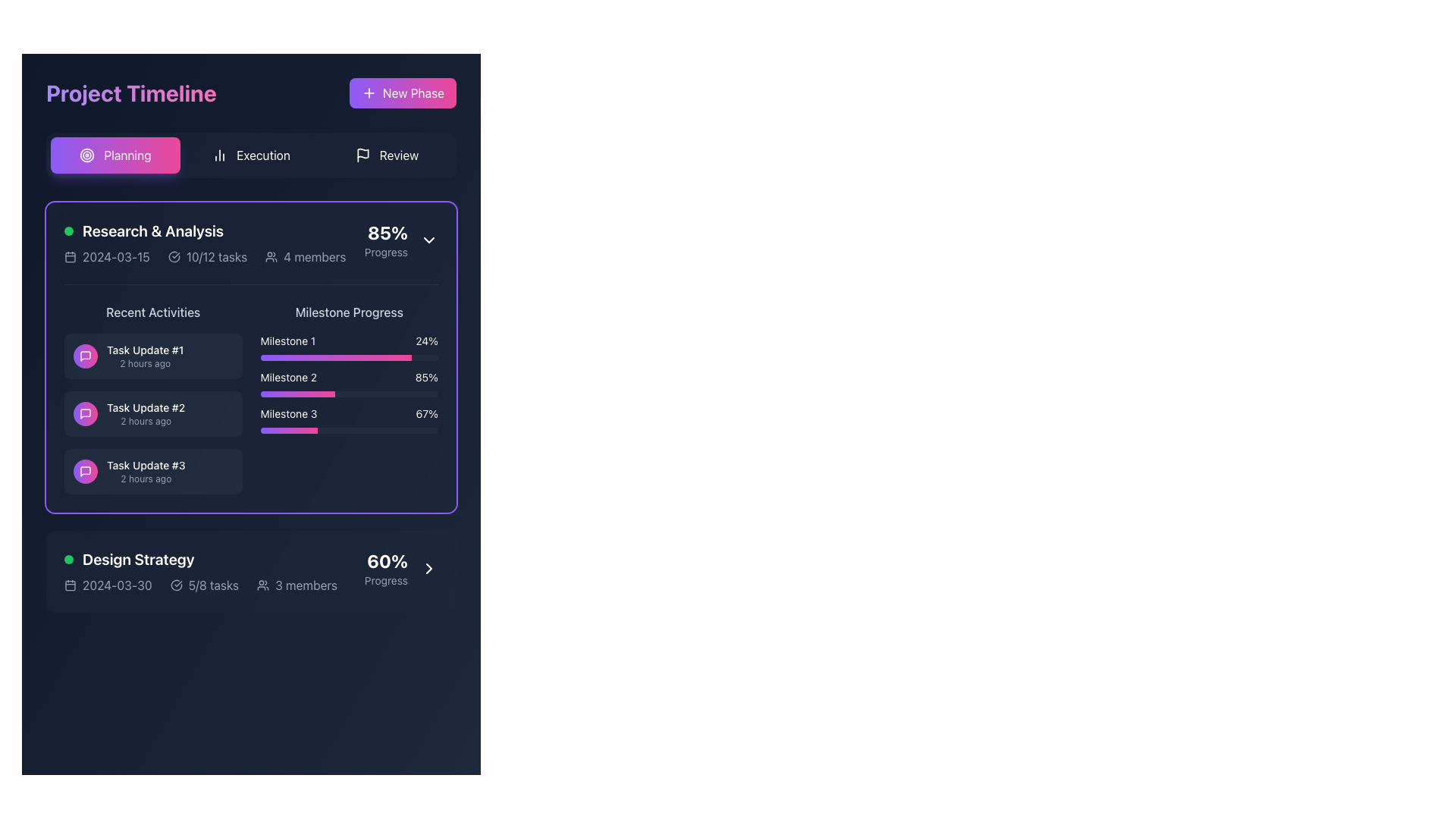 The image size is (1456, 819). I want to click on the Chevron Icon located to the right of the '85% Progress' text in the 'Research & Analysis' section, so click(428, 239).